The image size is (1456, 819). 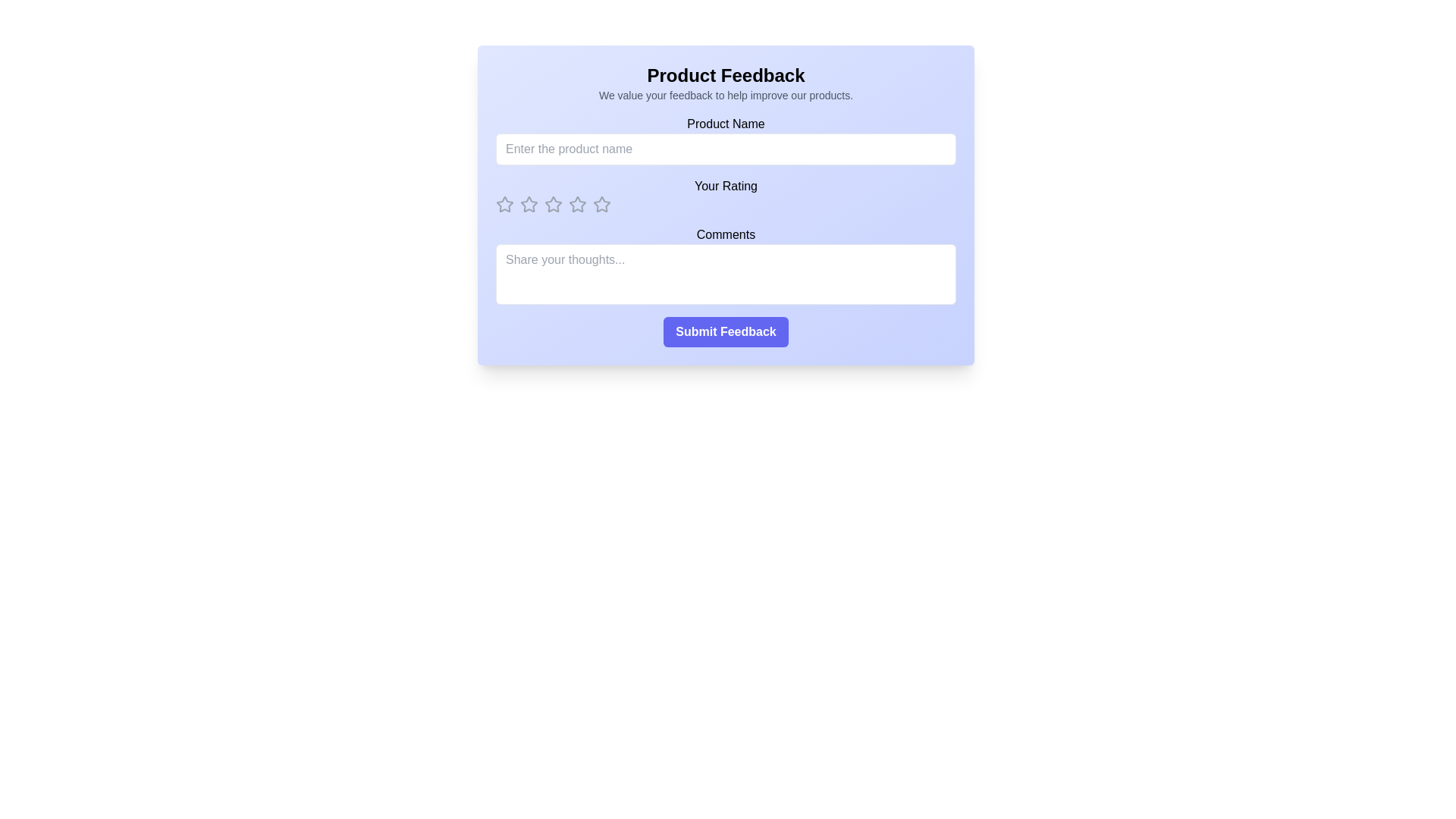 What do you see at coordinates (552, 203) in the screenshot?
I see `the third star in the horizontal row of five interactive rating stars in the 'Your Rating' section` at bounding box center [552, 203].